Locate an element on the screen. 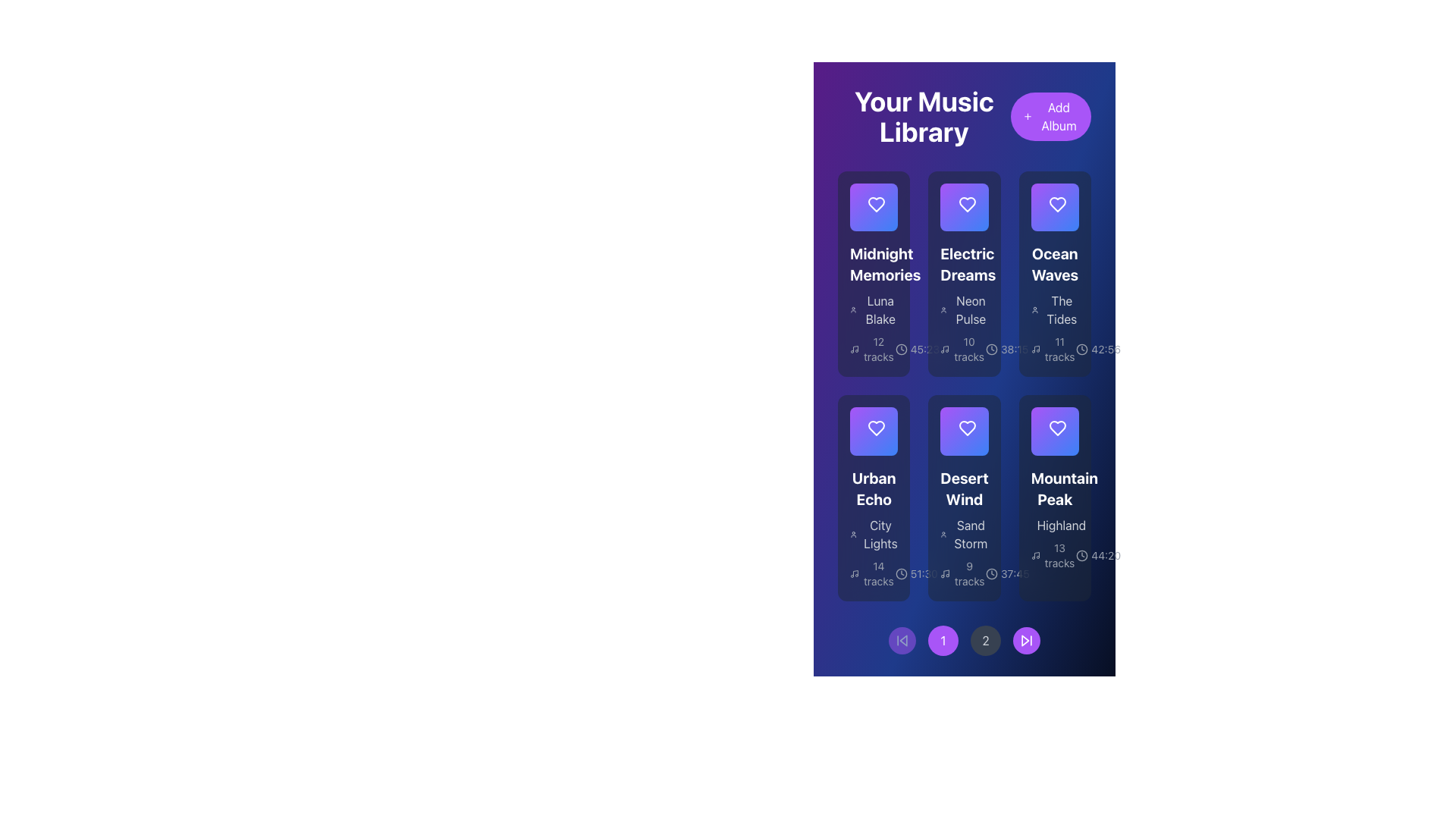  the heart-shaped icon button located at the top center of the 'Ocean Waves' album card is located at coordinates (1057, 205).